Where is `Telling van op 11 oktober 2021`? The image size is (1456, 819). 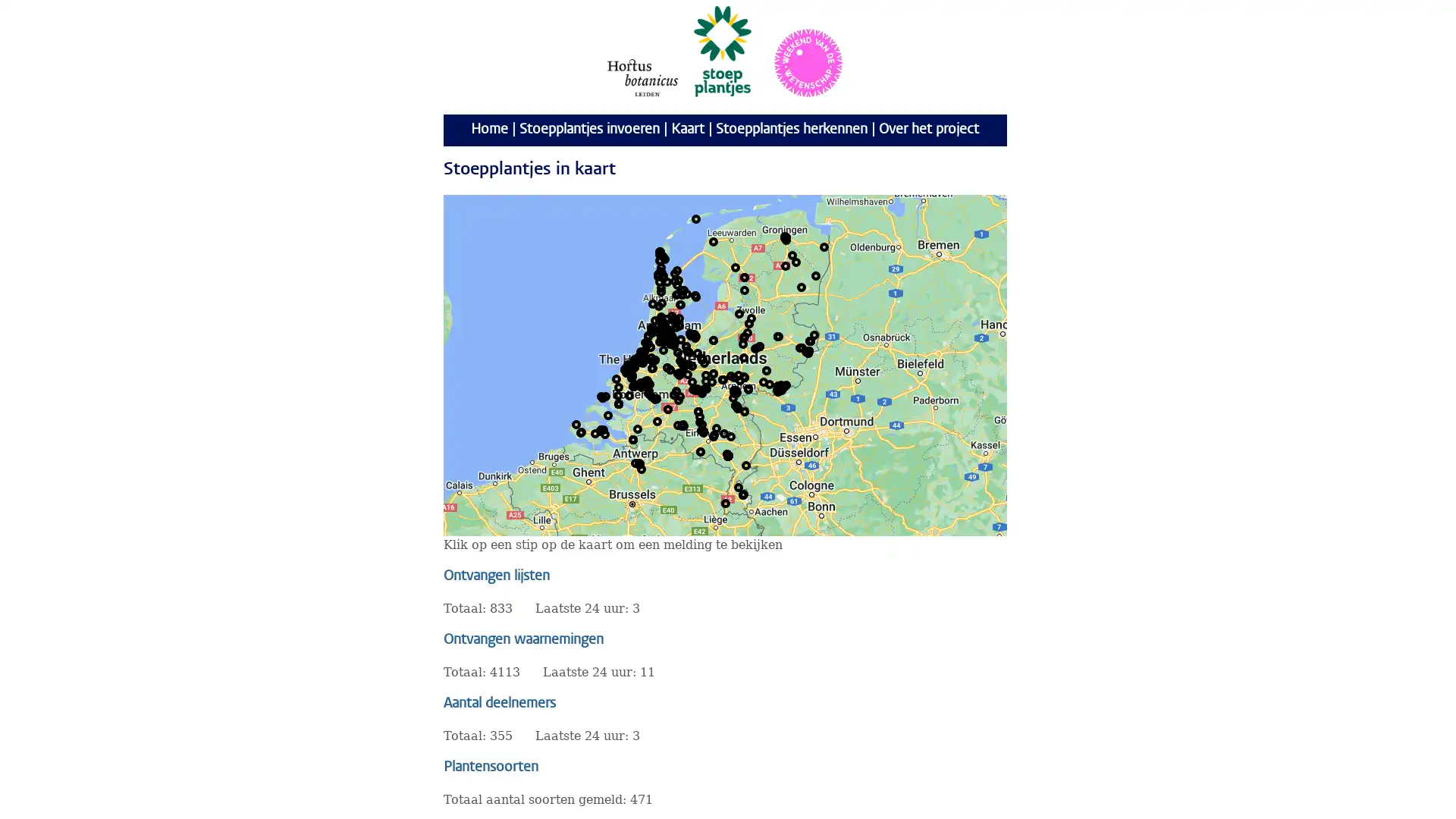
Telling van op 11 oktober 2021 is located at coordinates (640, 350).